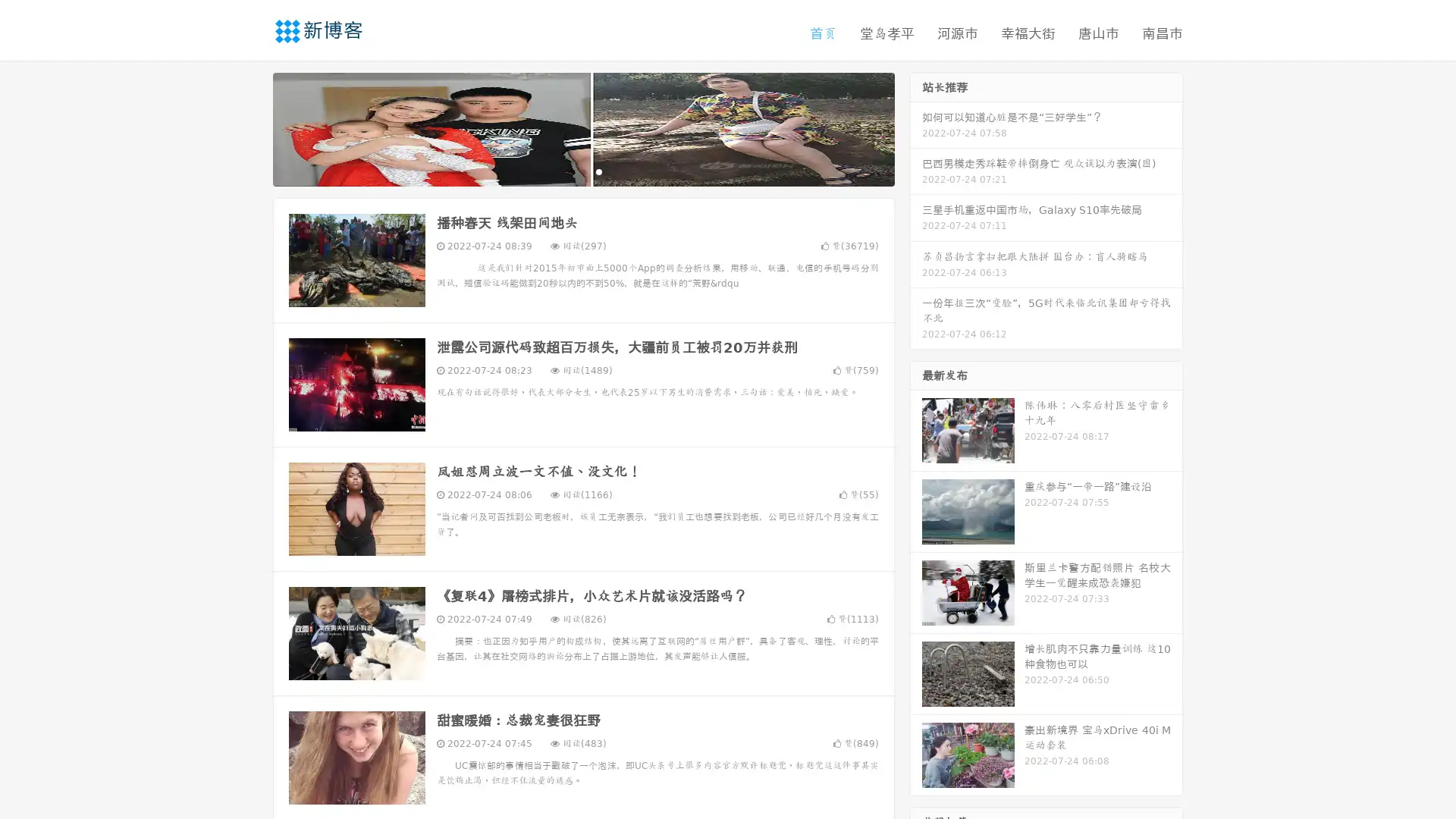 The width and height of the screenshot is (1456, 819). Describe the element at coordinates (567, 171) in the screenshot. I see `Go to slide 1` at that location.